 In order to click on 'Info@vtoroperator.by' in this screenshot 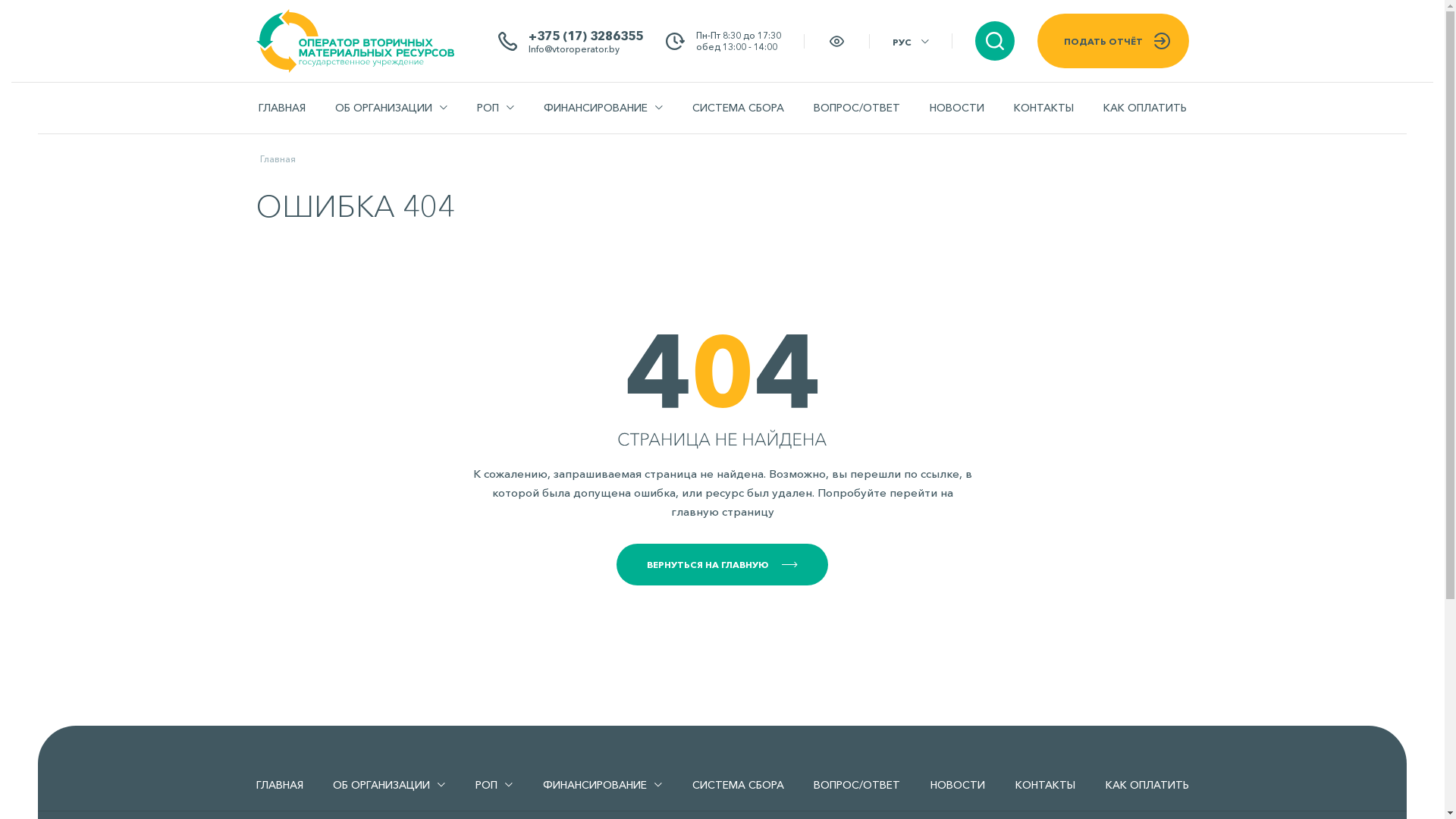, I will do `click(528, 47)`.